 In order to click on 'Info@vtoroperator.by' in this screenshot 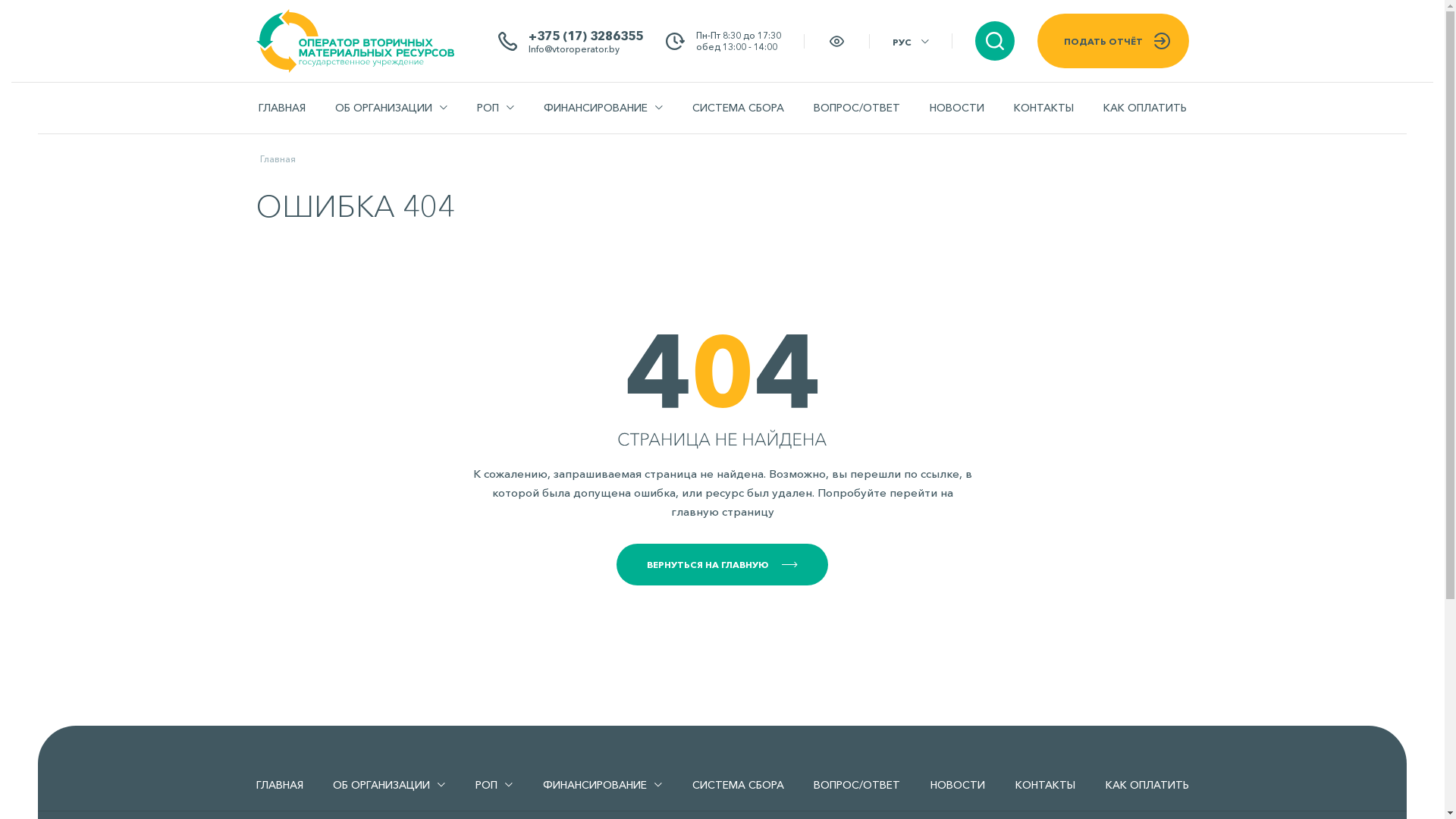, I will do `click(528, 47)`.